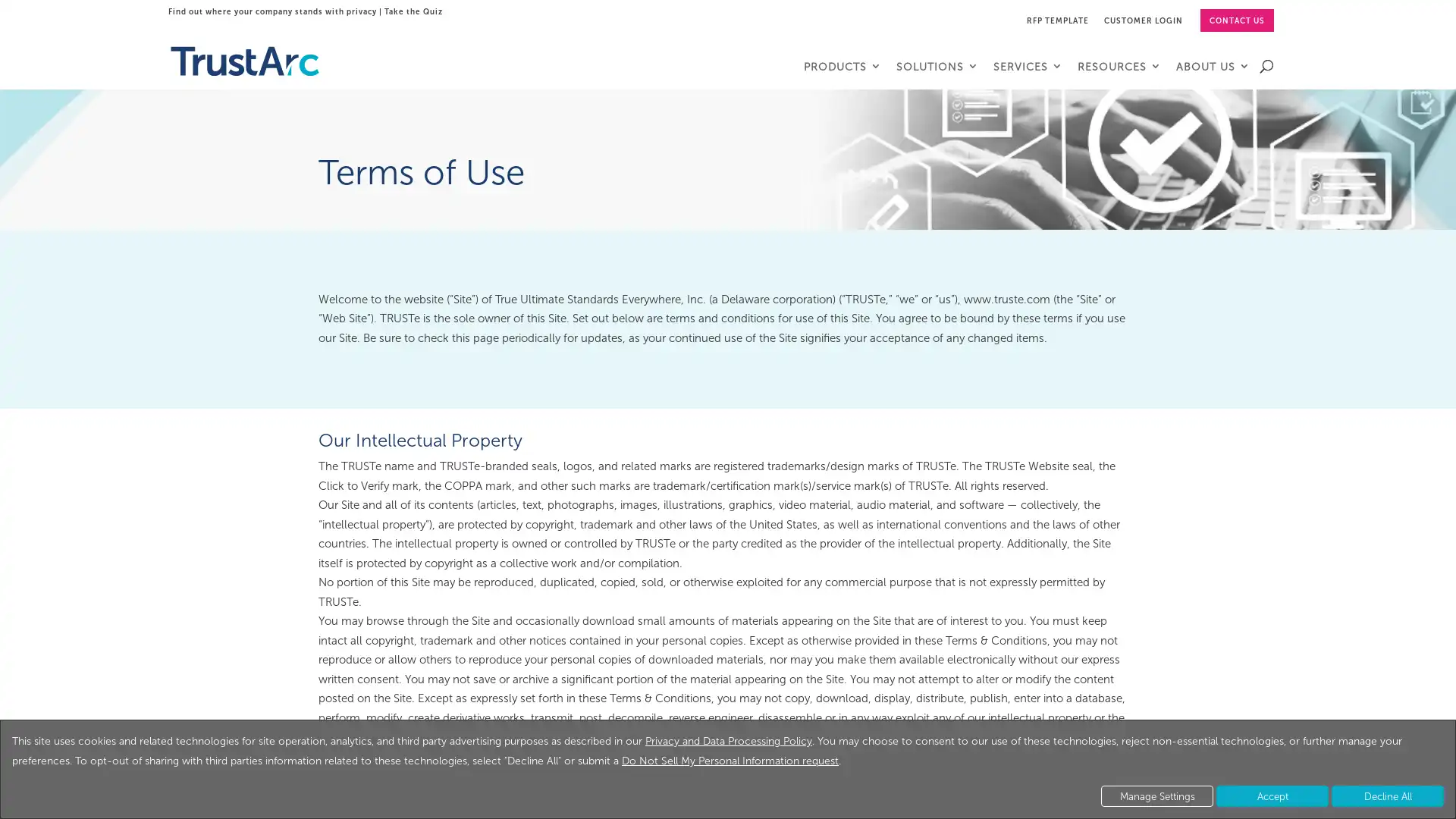  Describe the element at coordinates (1387, 795) in the screenshot. I see `Decline All` at that location.